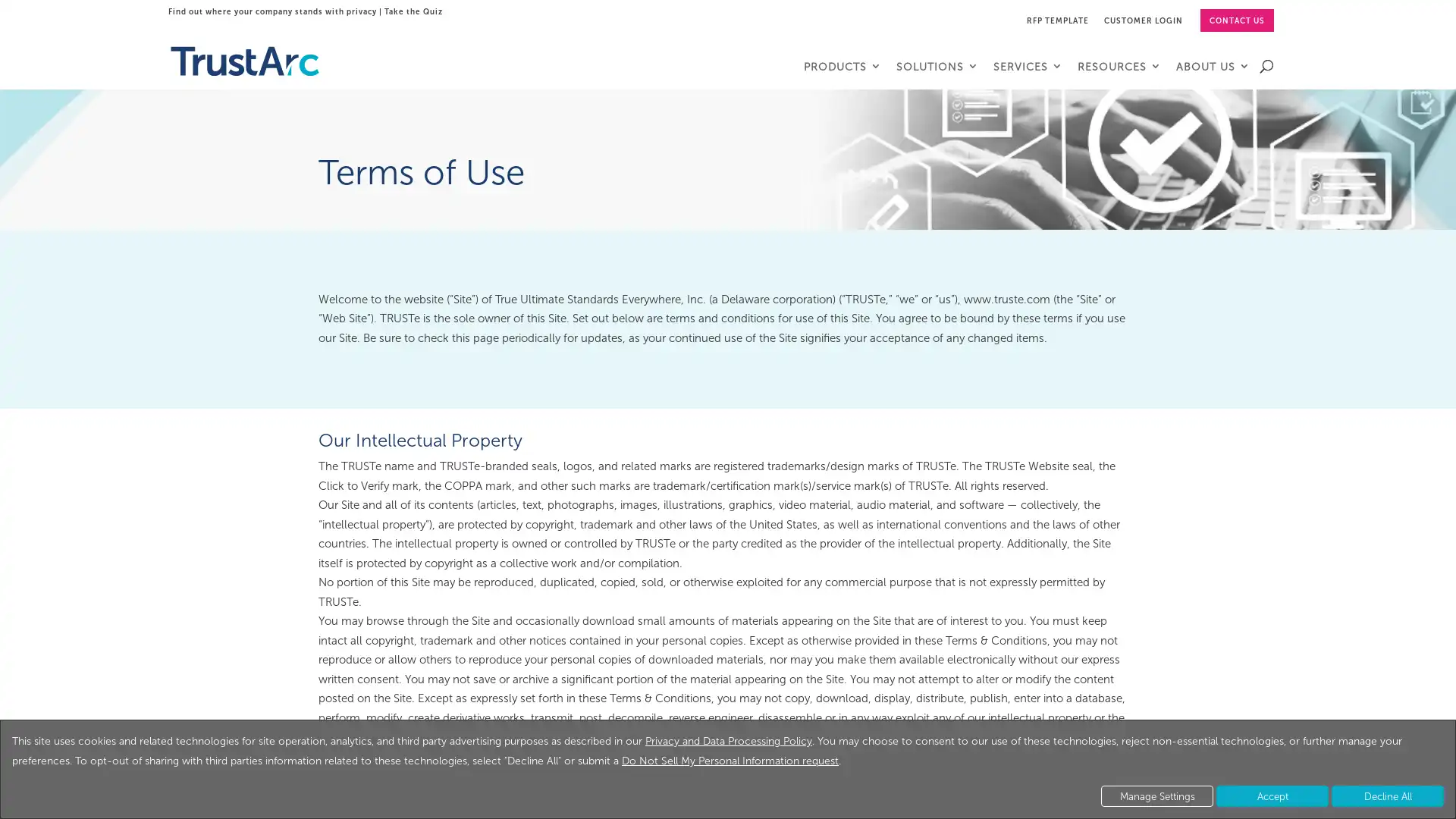  Describe the element at coordinates (1387, 795) in the screenshot. I see `Decline All` at that location.